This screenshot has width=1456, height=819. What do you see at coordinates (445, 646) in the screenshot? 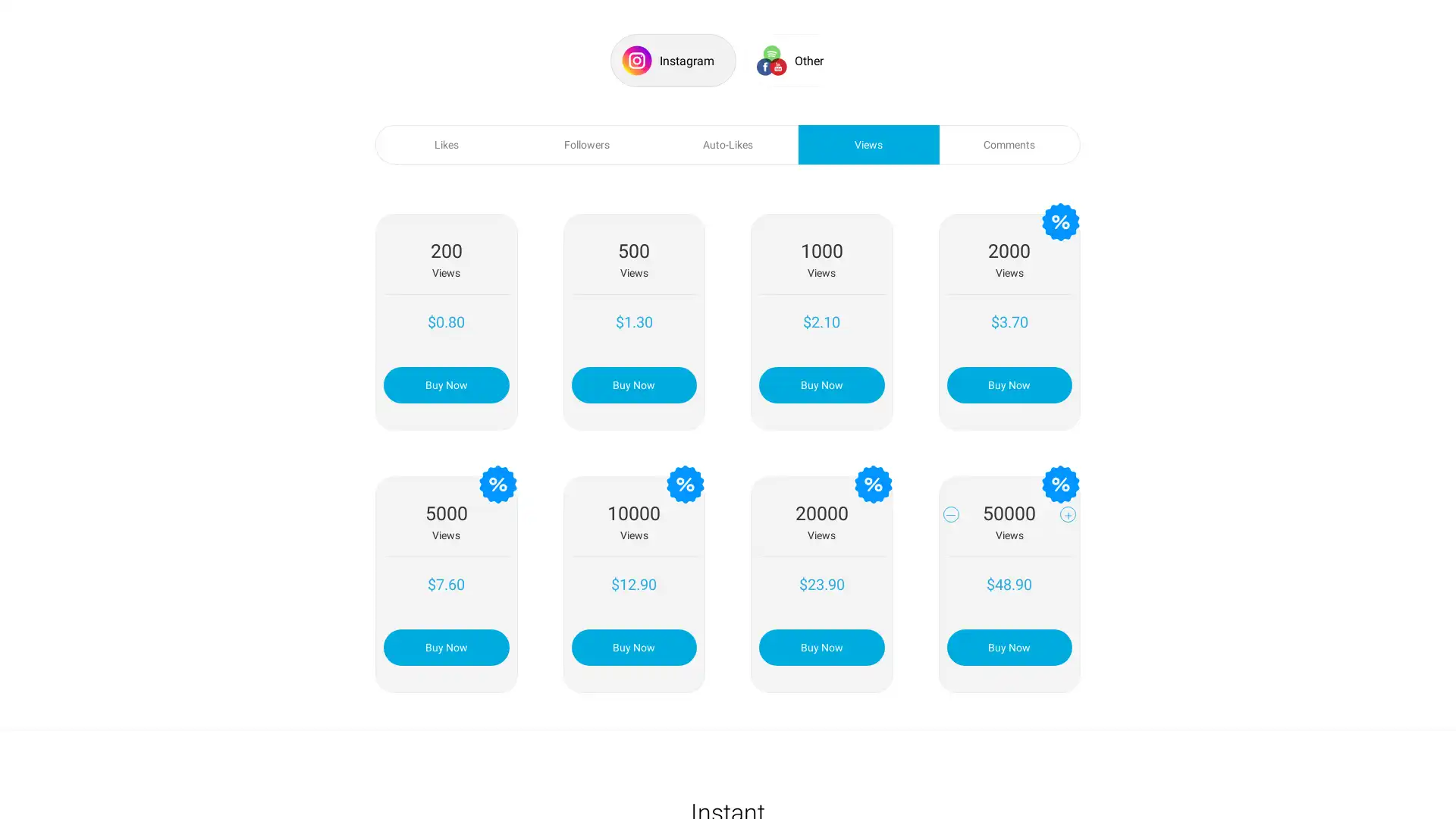
I see `Buy Now` at bounding box center [445, 646].